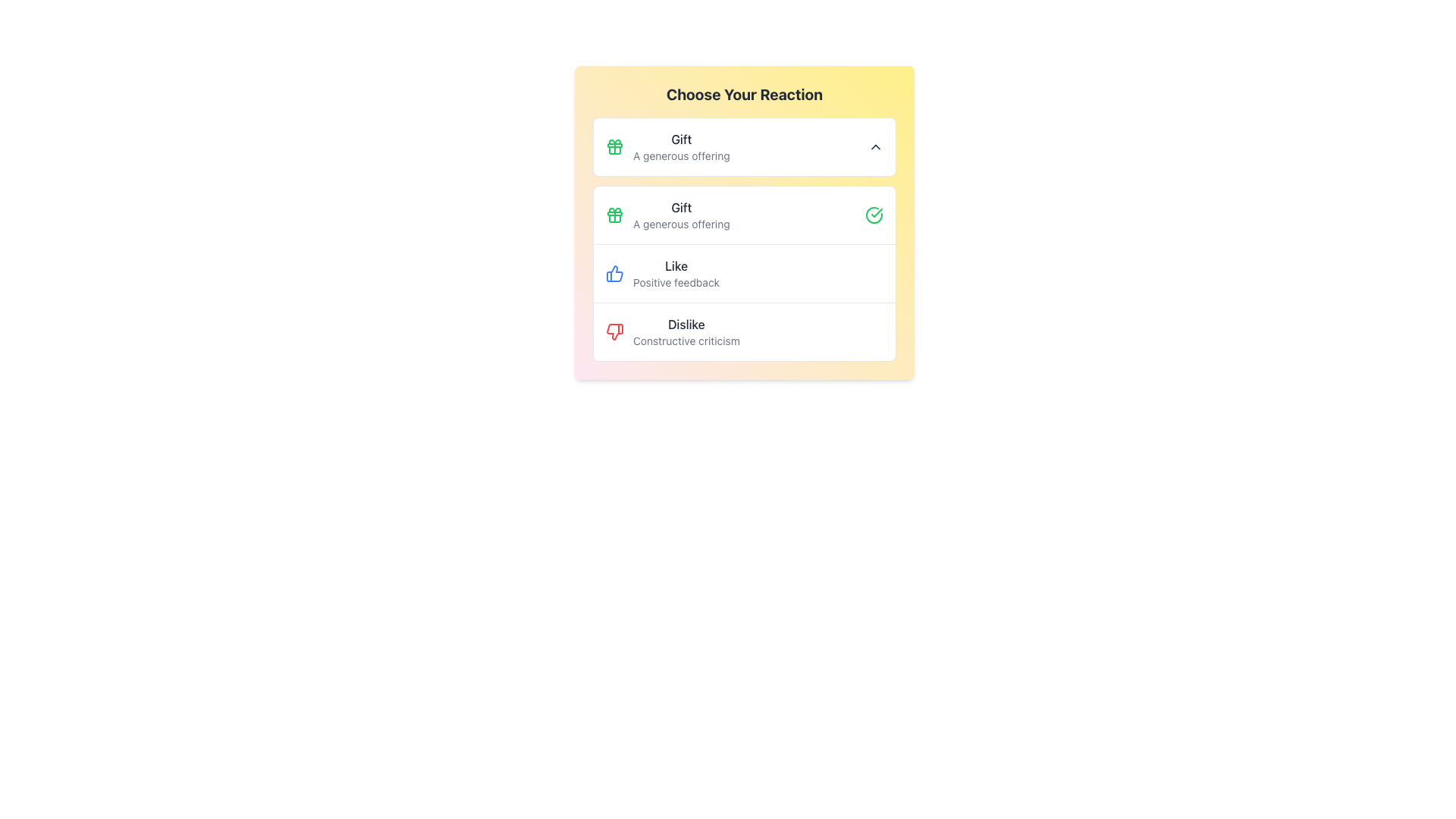 This screenshot has height=819, width=1456. I want to click on the text label displaying the word 'Gift', which is styled with a medium font-weight and dark gray color, located at the top of the selection items in the UI, so click(680, 140).